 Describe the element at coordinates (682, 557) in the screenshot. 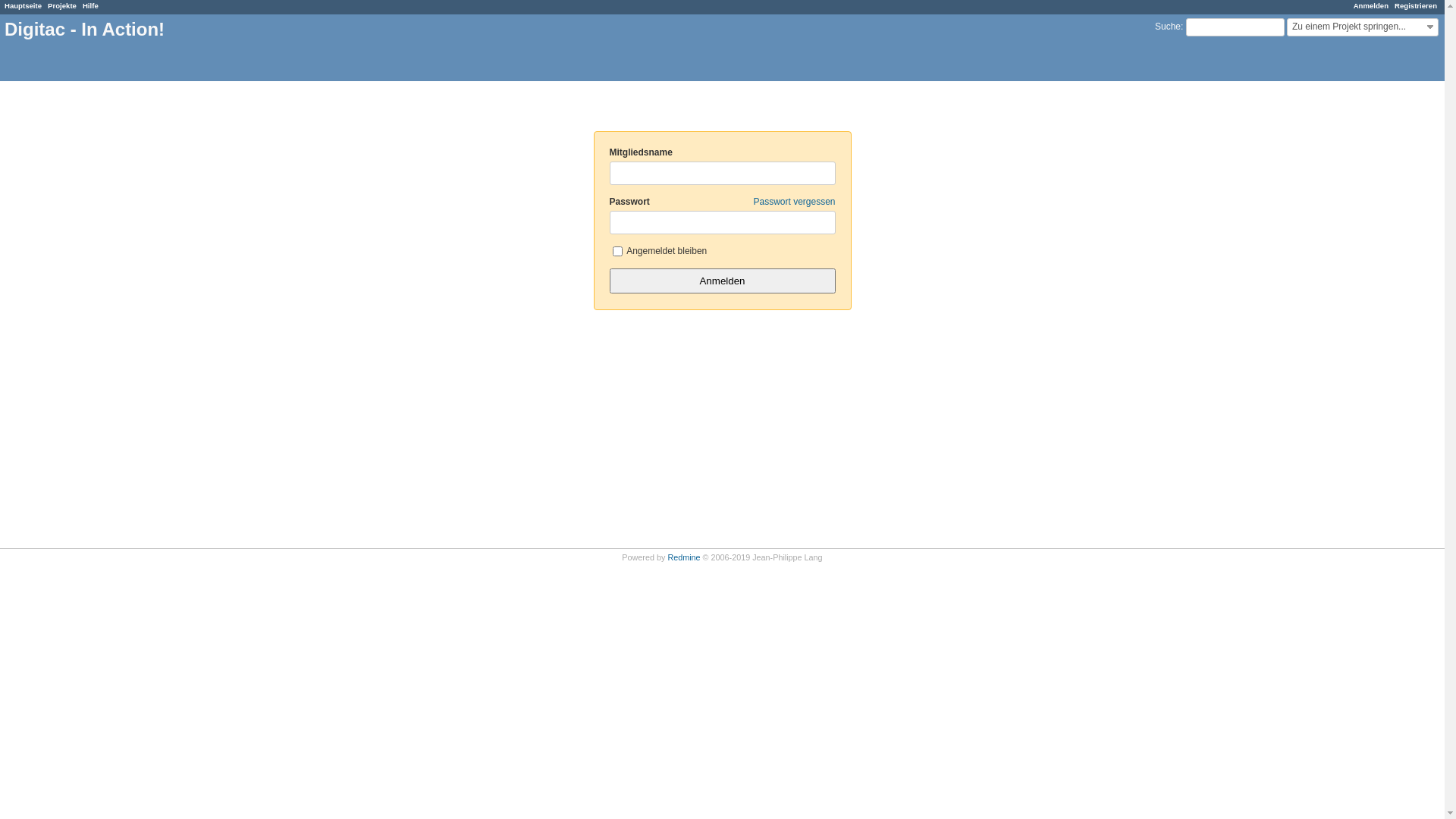

I see `'Redmine'` at that location.